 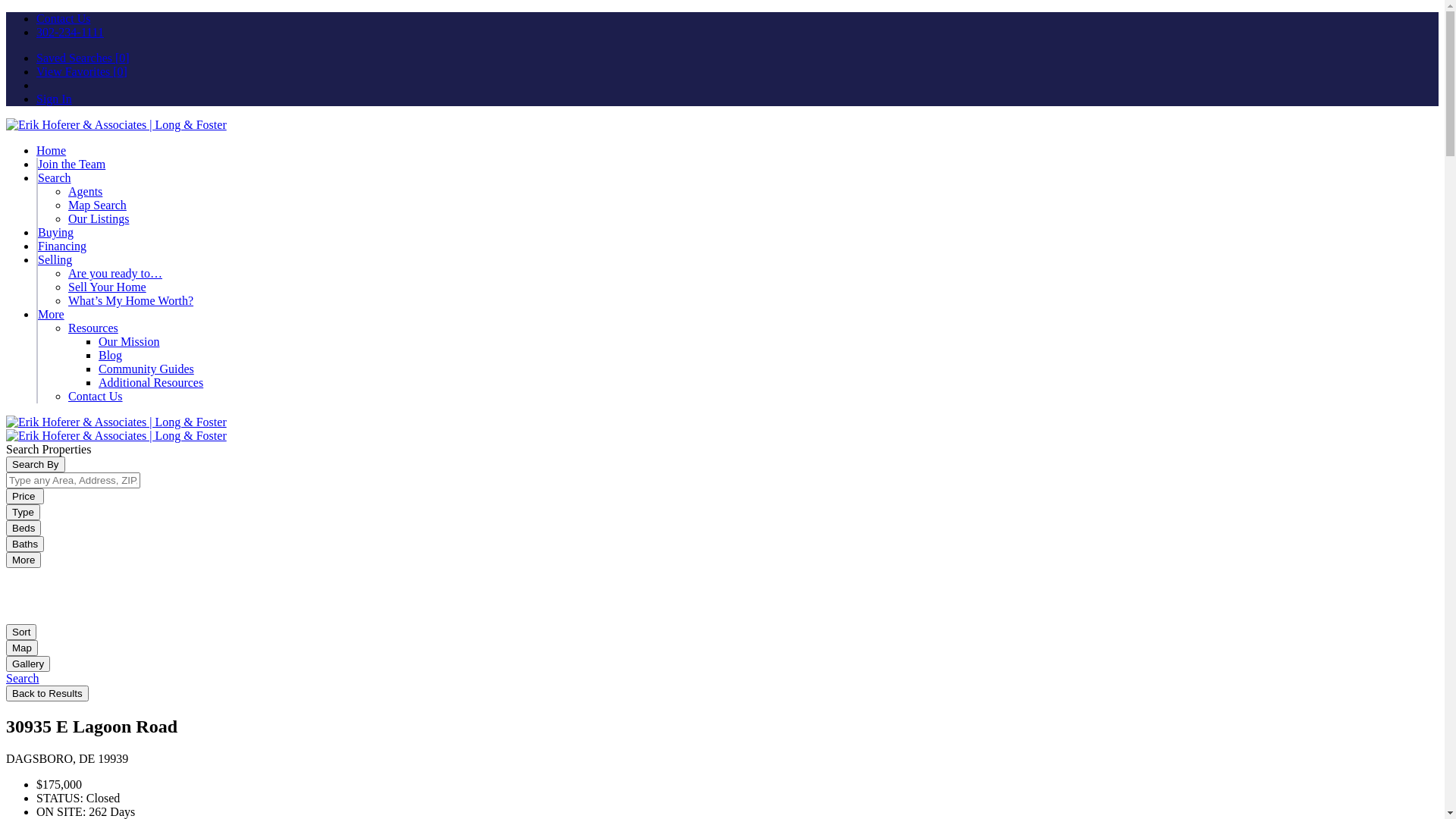 I want to click on 'Sign In', so click(x=36, y=99).